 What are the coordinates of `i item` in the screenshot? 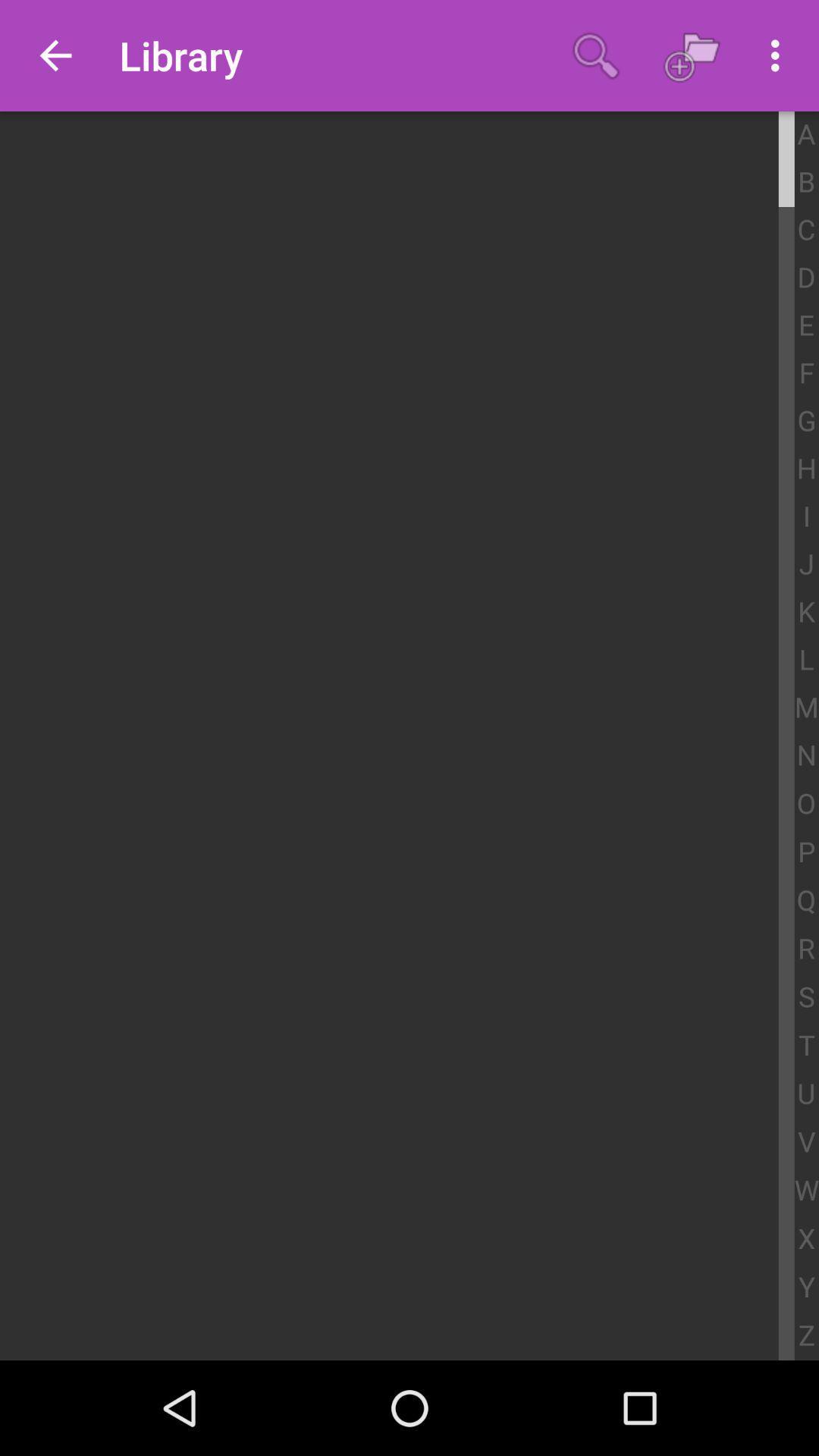 It's located at (805, 517).